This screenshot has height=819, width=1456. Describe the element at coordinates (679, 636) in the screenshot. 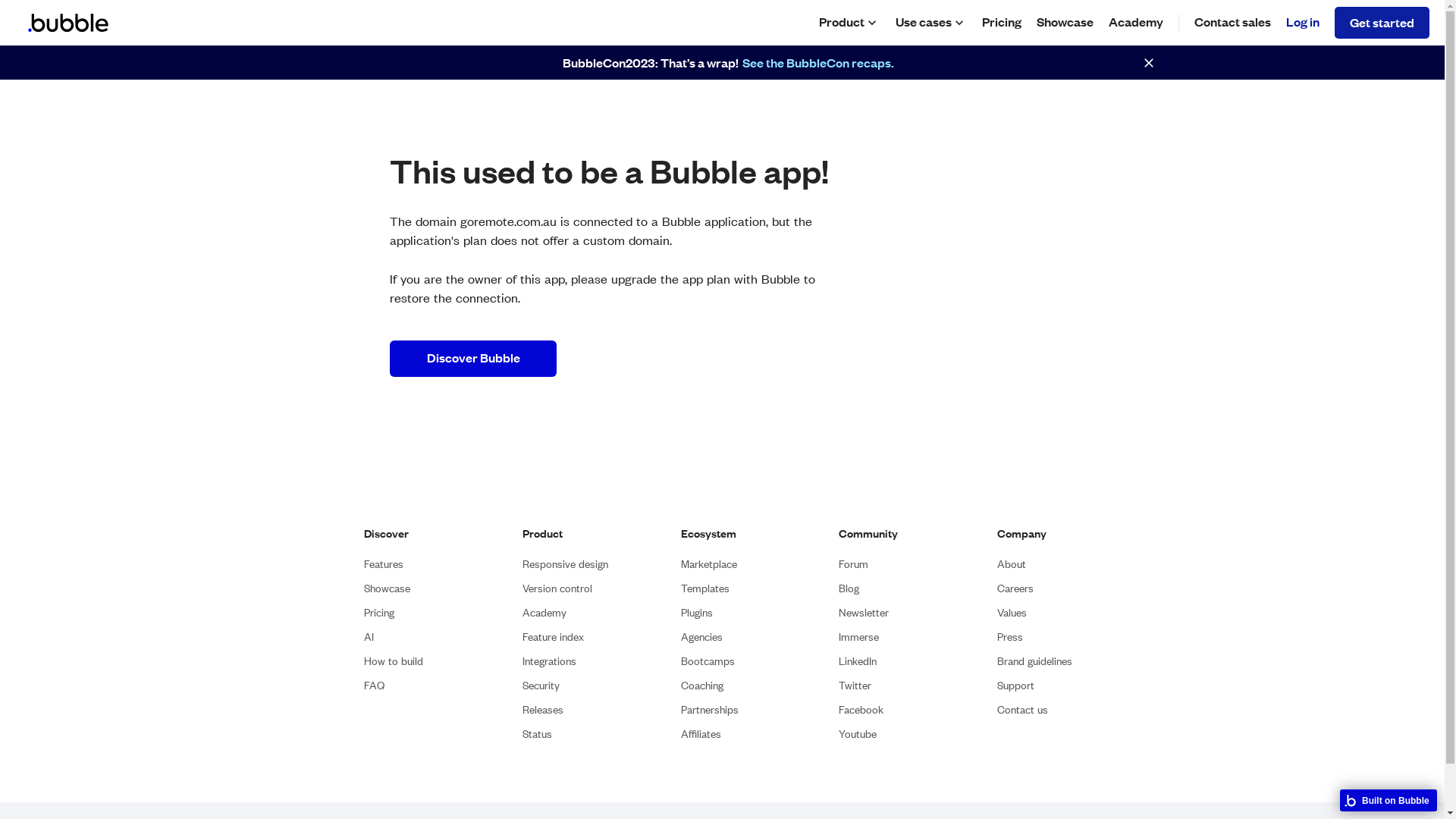

I see `'Agencies'` at that location.